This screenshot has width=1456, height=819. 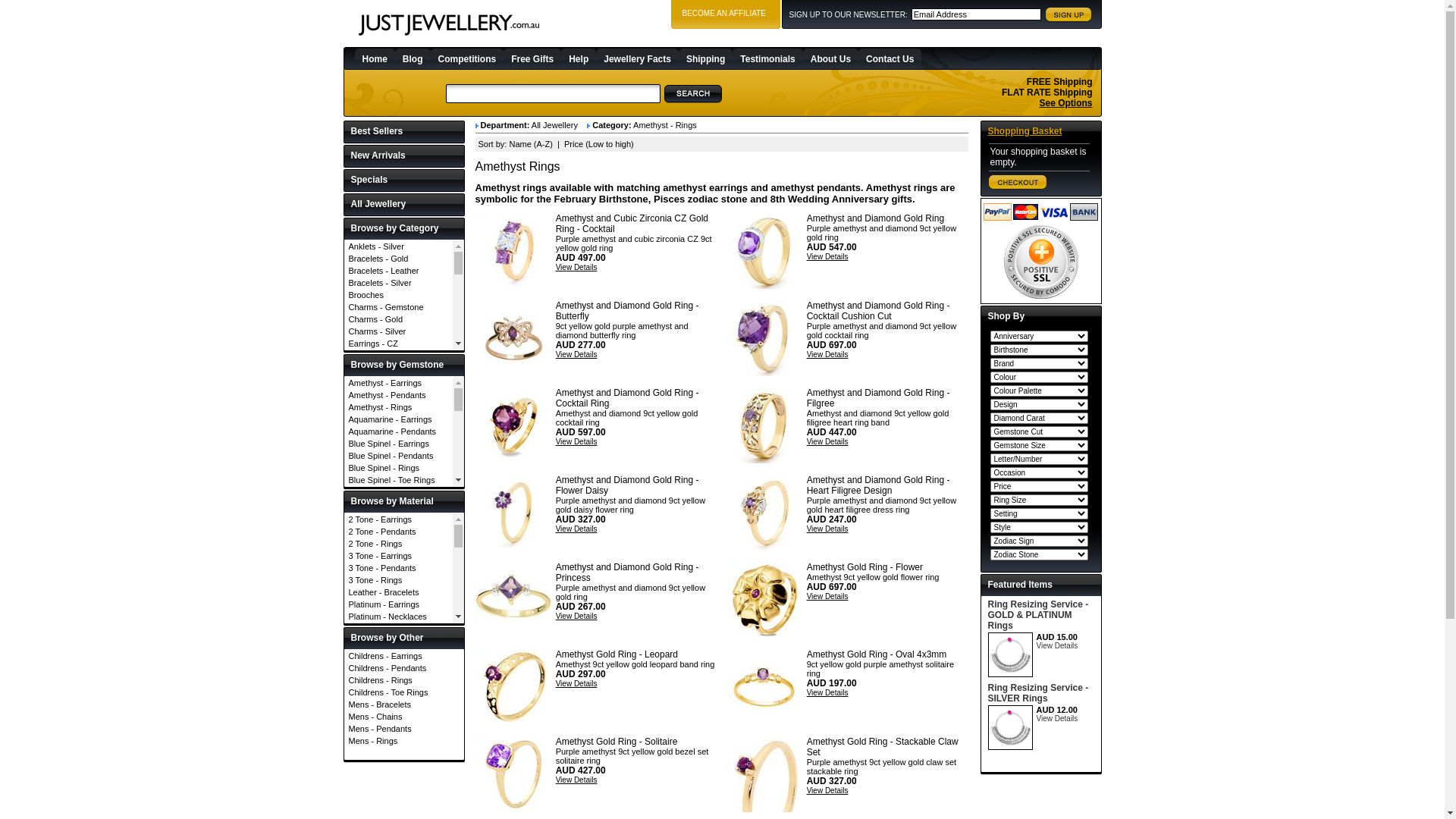 What do you see at coordinates (344, 579) in the screenshot?
I see `'3 Tone - Rings'` at bounding box center [344, 579].